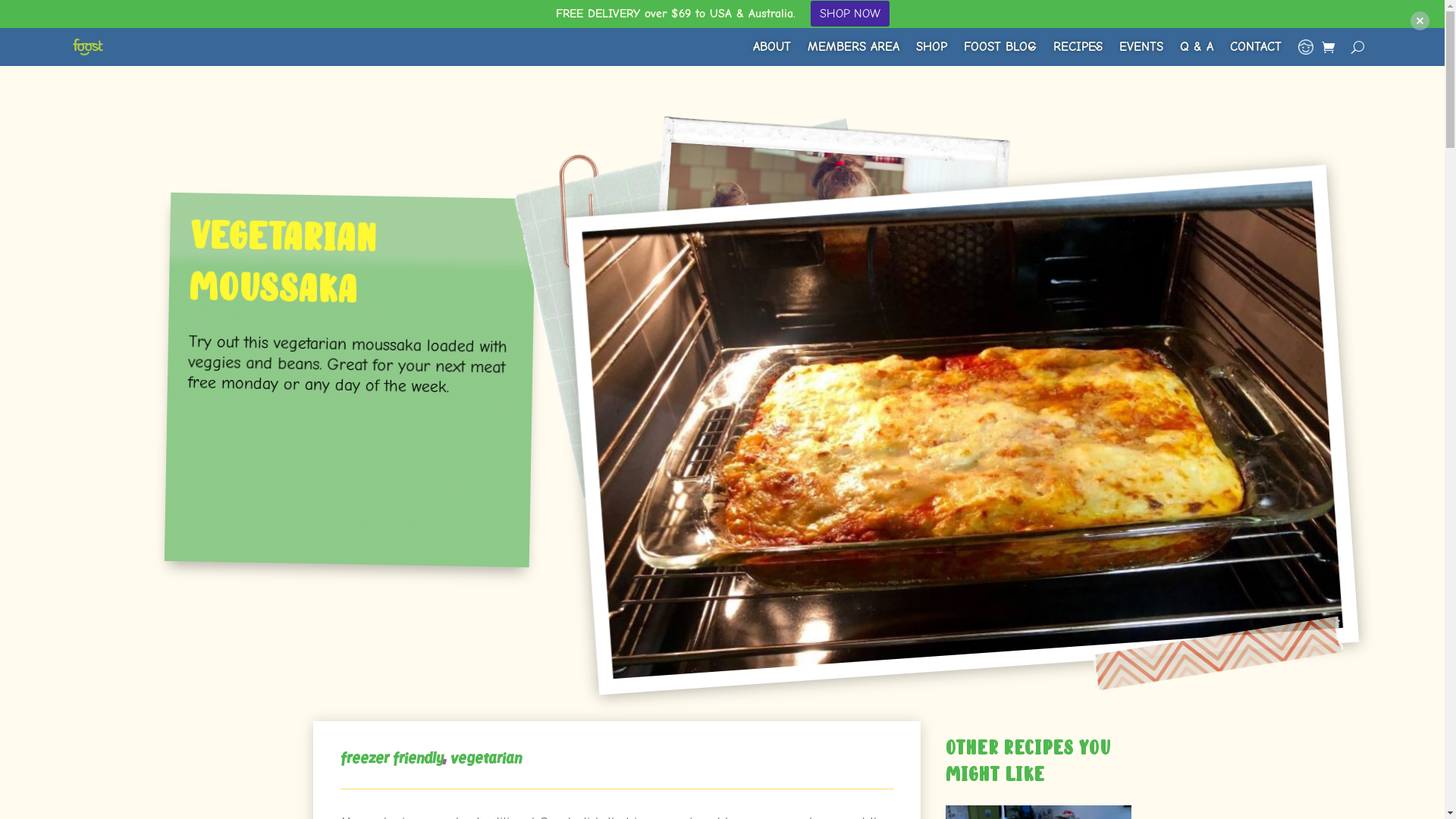 This screenshot has height=819, width=1456. Describe the element at coordinates (1141, 45) in the screenshot. I see `'EVENTS'` at that location.